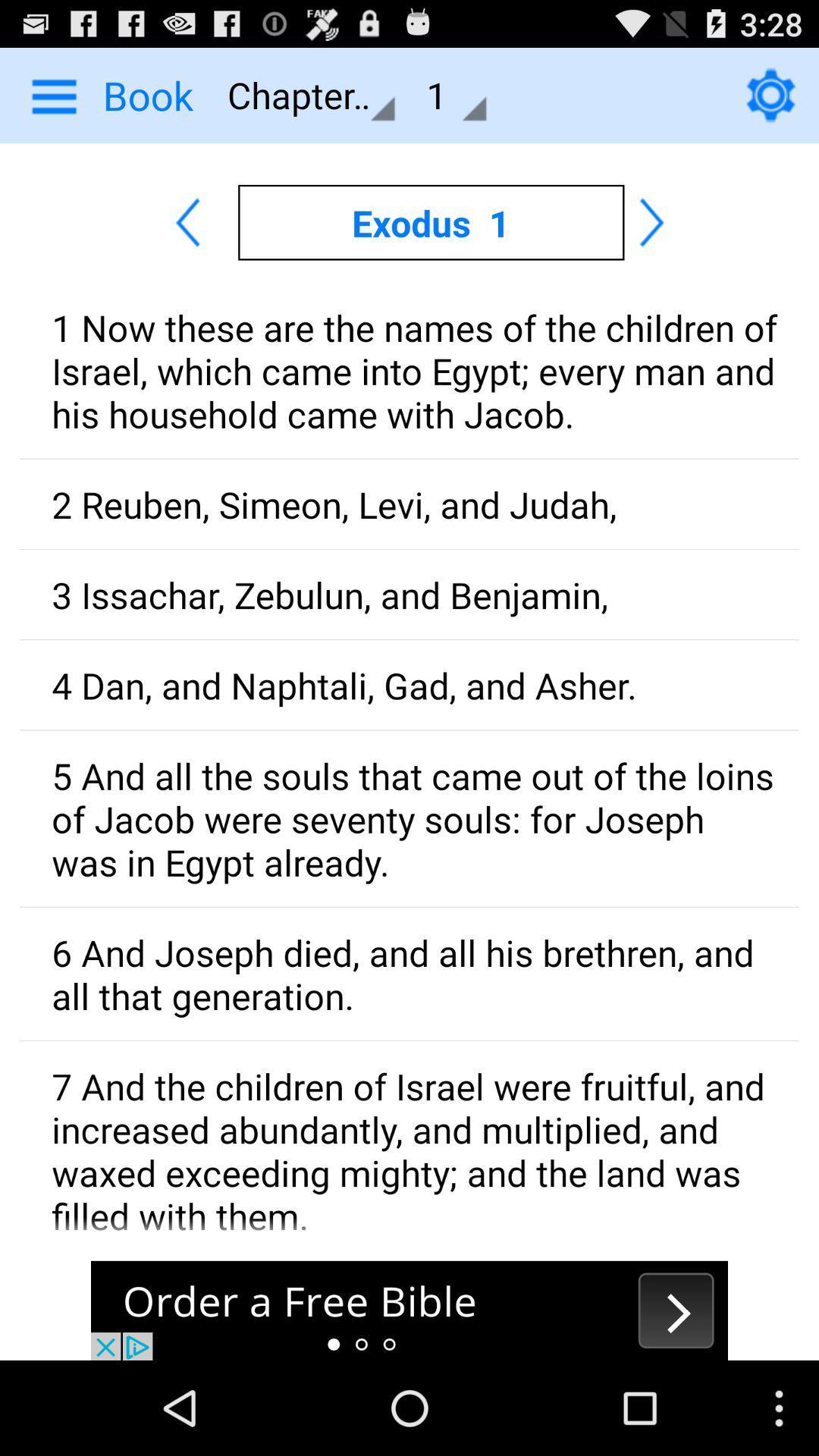  I want to click on setting, so click(770, 94).